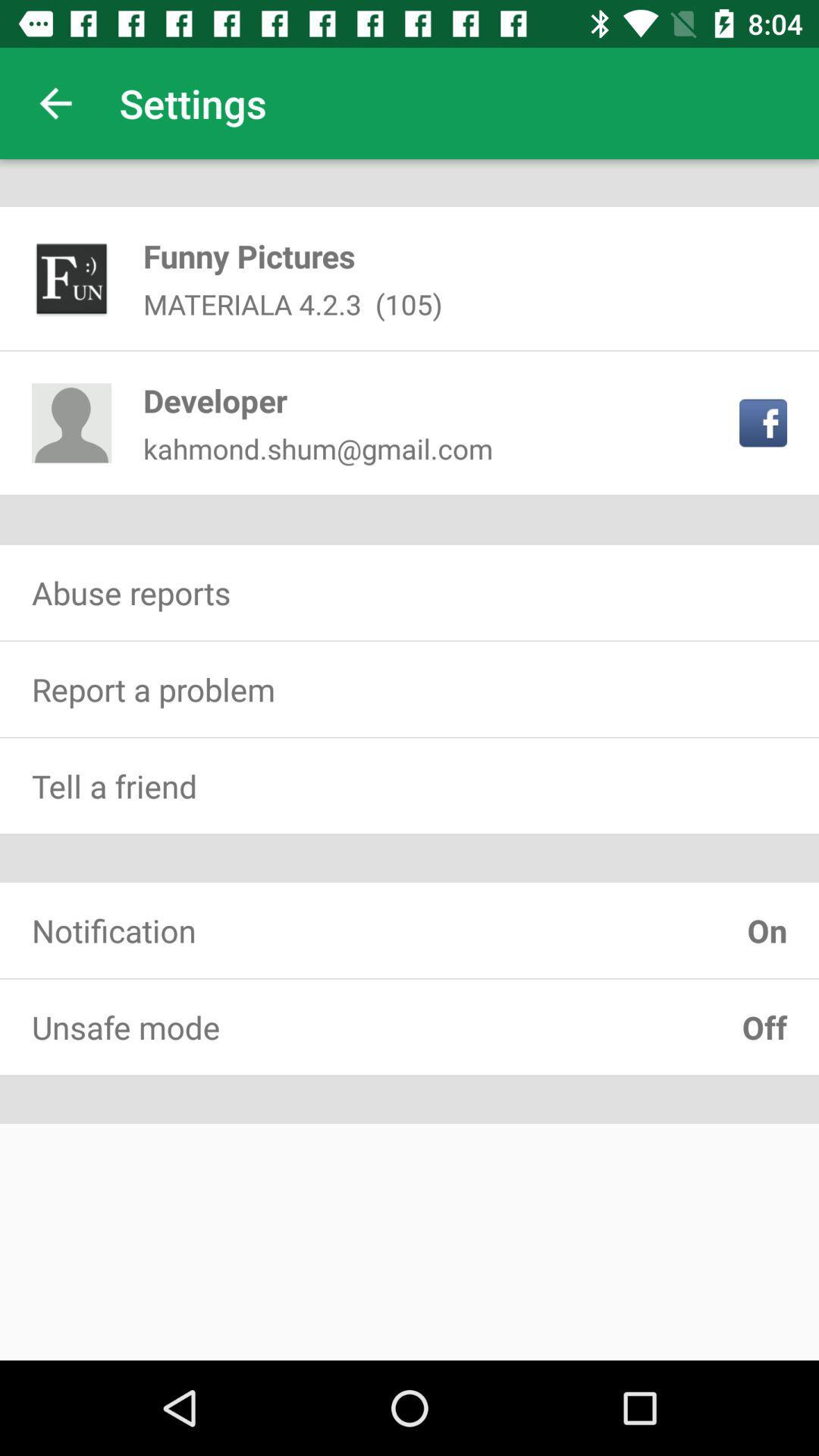 This screenshot has width=819, height=1456. Describe the element at coordinates (409, 591) in the screenshot. I see `abuse reports` at that location.